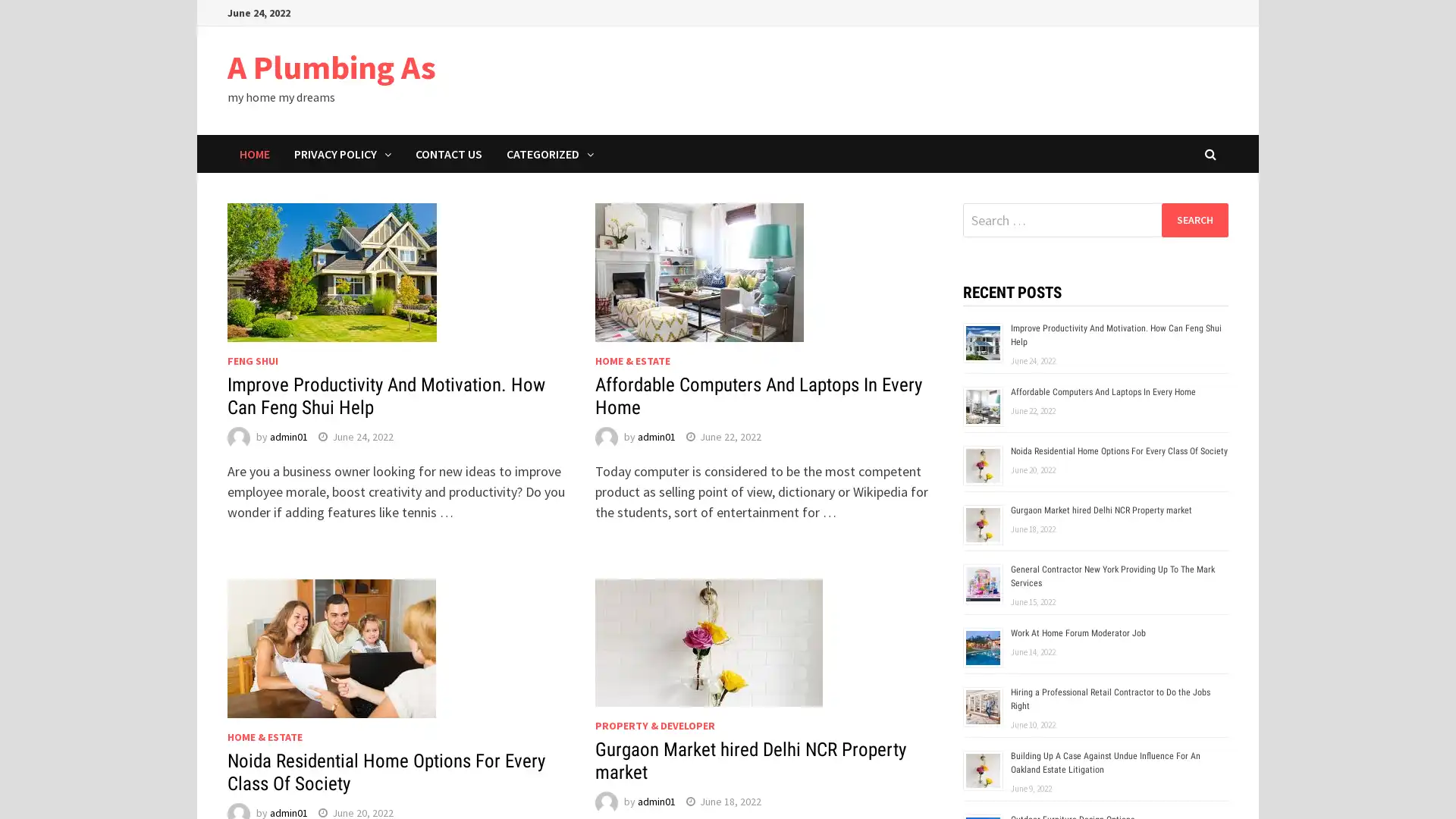 This screenshot has width=1456, height=819. I want to click on Search, so click(1194, 219).